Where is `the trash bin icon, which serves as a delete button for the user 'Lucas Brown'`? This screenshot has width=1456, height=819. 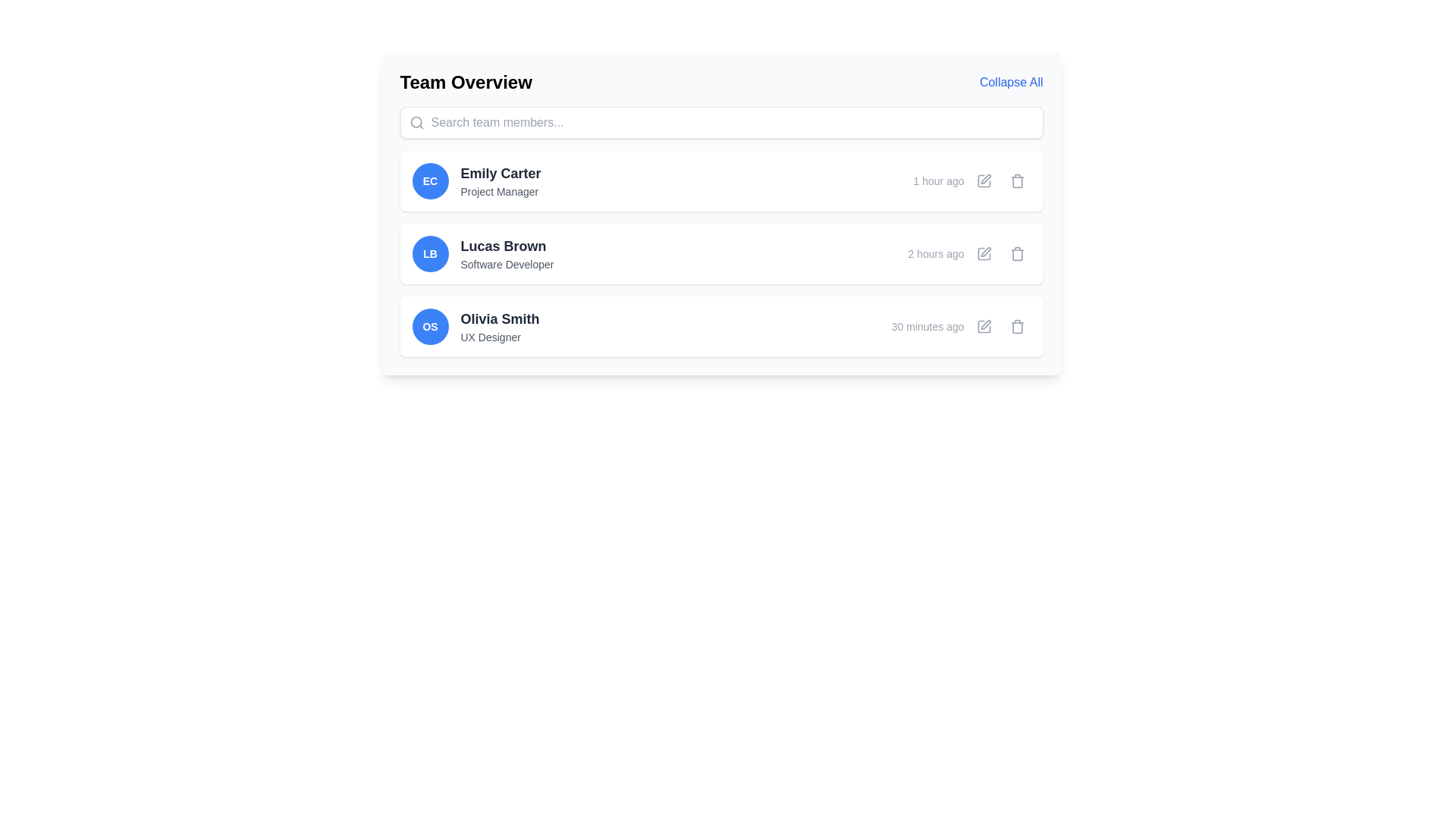 the trash bin icon, which serves as a delete button for the user 'Lucas Brown' is located at coordinates (1017, 253).